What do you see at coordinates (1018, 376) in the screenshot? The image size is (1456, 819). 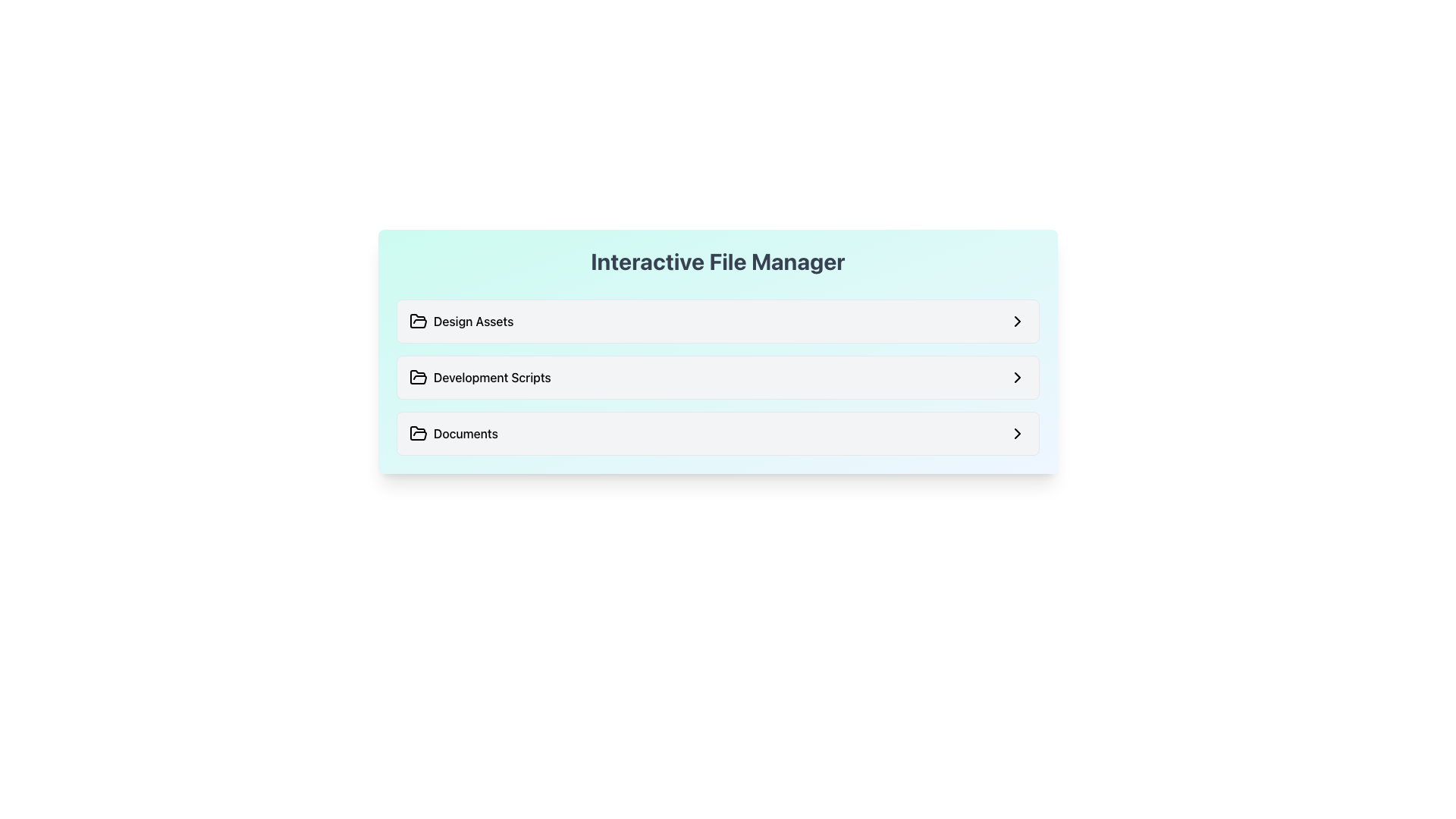 I see `the small right-pointing chevron icon located at the far right side of the 'Development Scripts' list item in the 'Interactive File Manager' interface` at bounding box center [1018, 376].